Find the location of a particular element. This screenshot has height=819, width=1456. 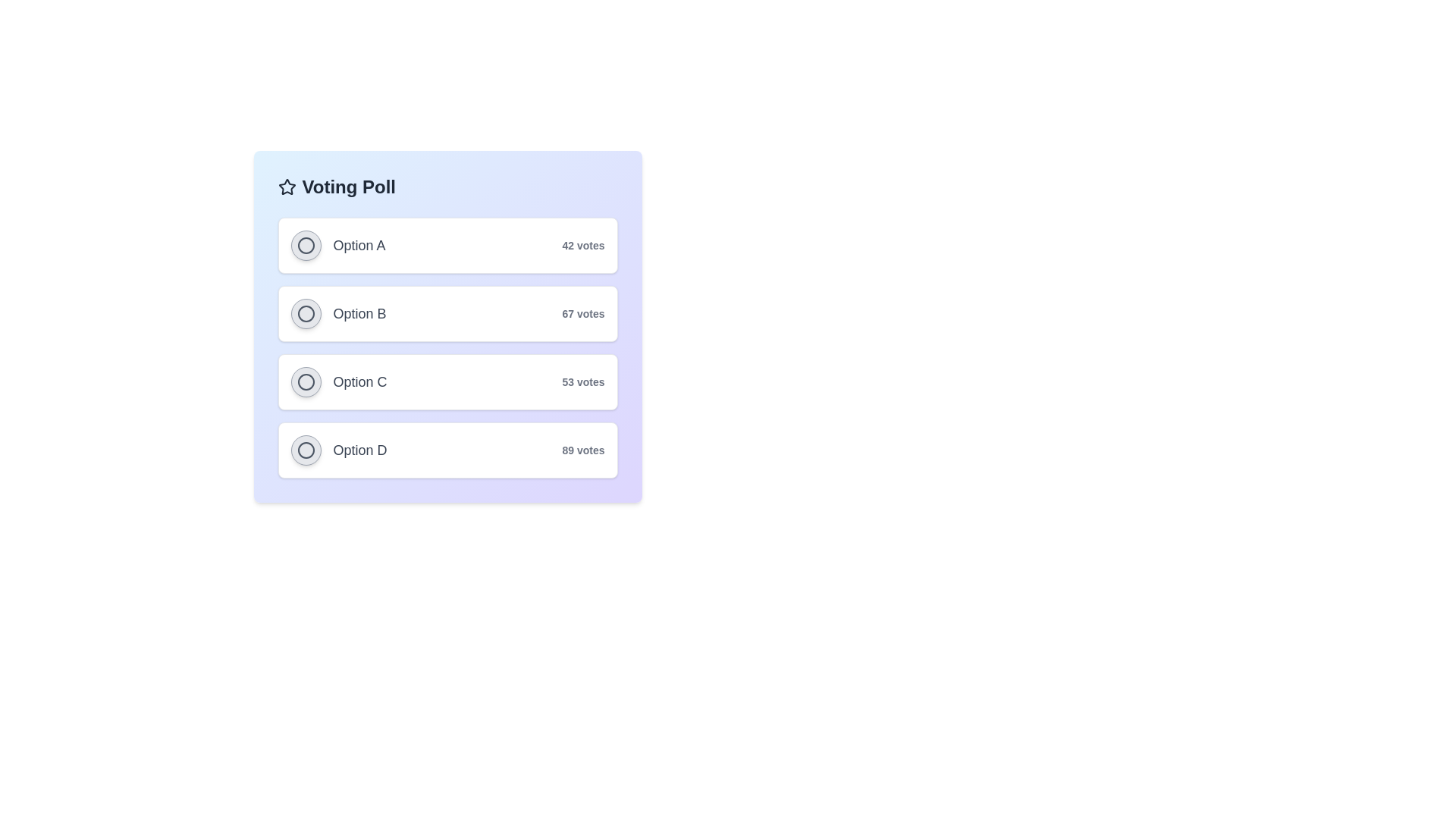

the information displayed in the text label that shows '42 votes' associated with option 'A' is located at coordinates (582, 245).